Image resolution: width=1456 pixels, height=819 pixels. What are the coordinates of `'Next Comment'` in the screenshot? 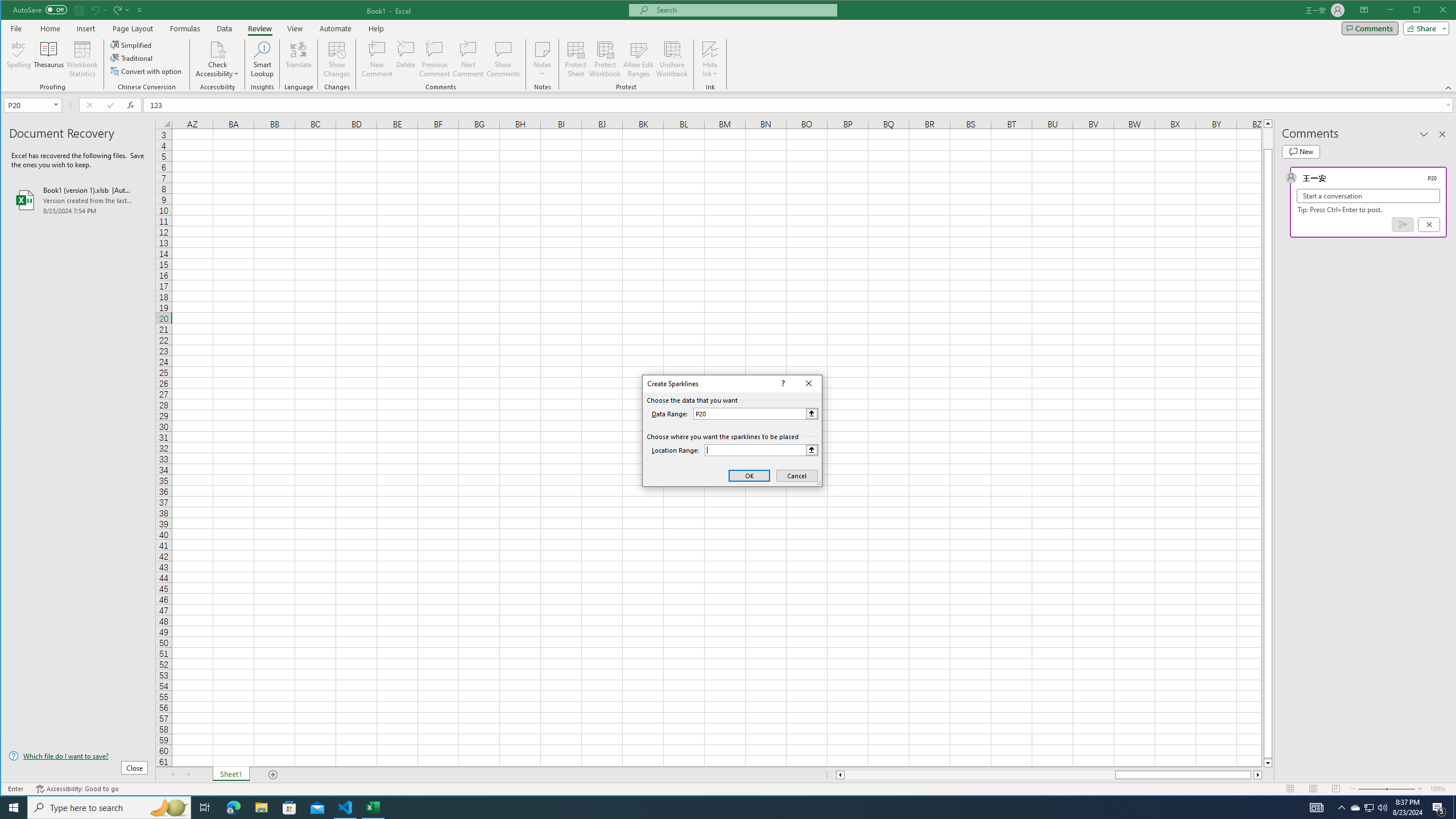 It's located at (468, 59).